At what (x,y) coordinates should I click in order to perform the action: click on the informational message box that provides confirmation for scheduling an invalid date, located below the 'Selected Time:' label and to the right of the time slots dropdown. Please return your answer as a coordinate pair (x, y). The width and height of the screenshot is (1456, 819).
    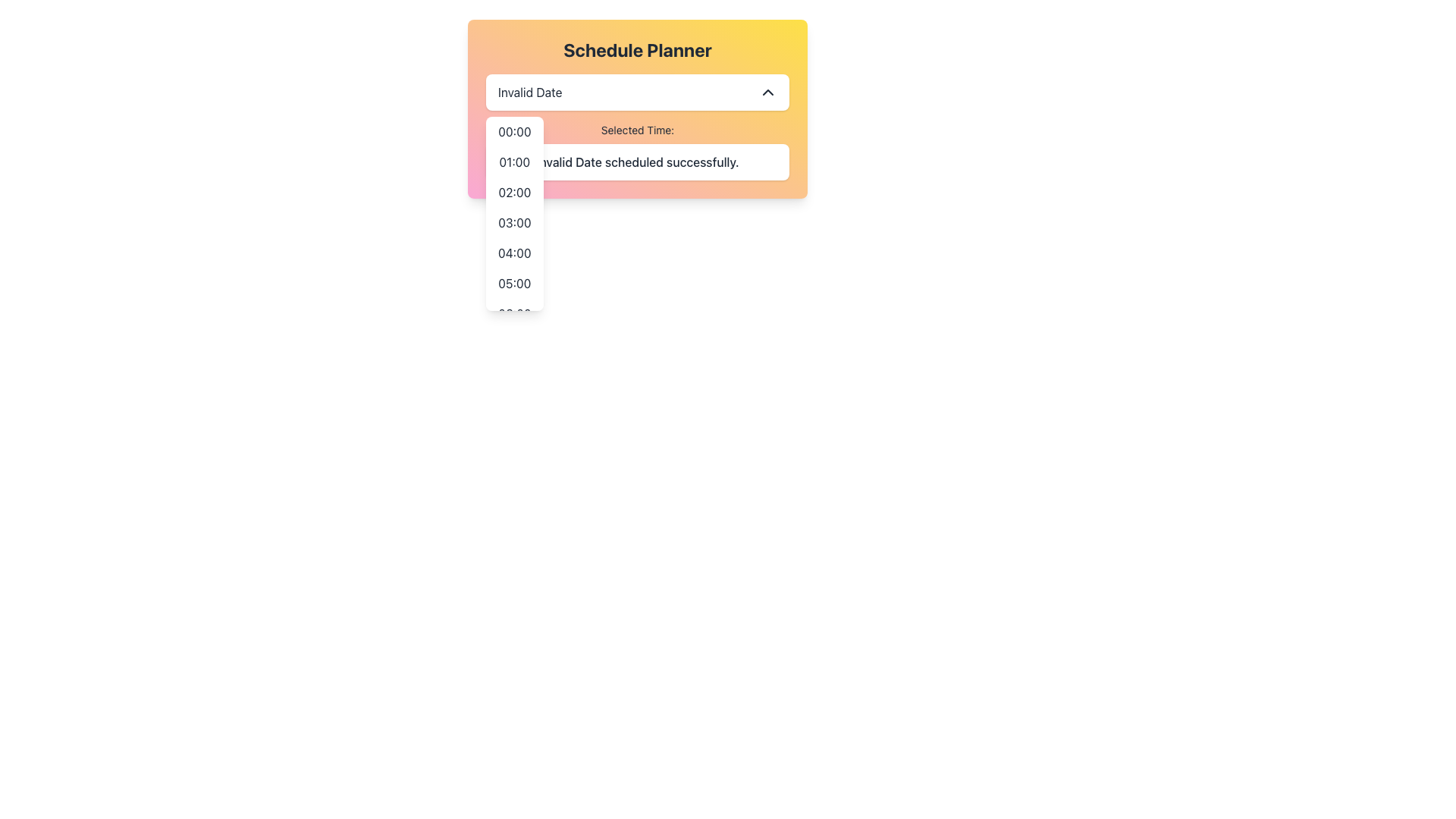
    Looking at the image, I should click on (637, 162).